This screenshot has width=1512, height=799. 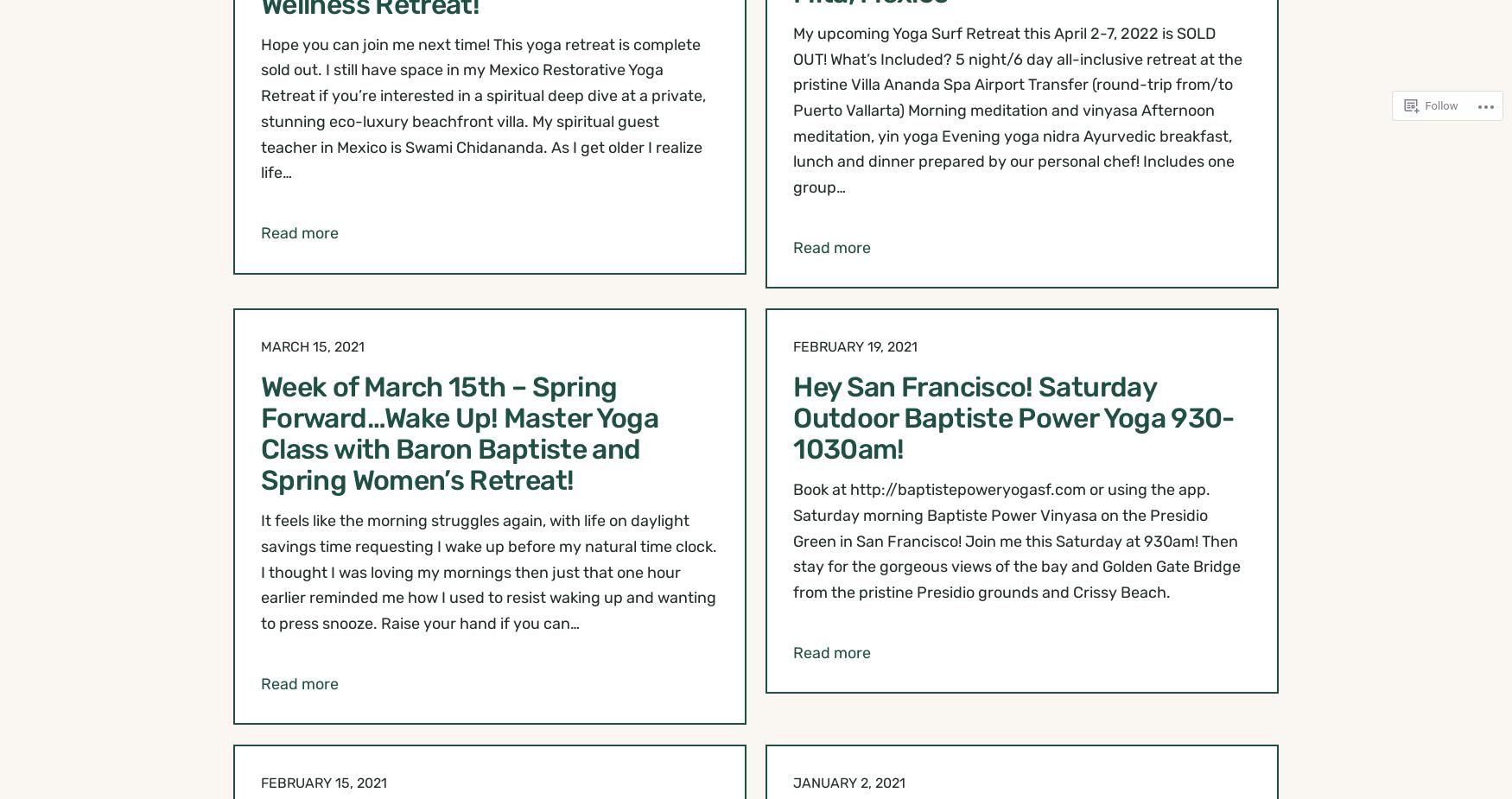 I want to click on 'Week of March 15th – Spring Forward…Wake Up! Master Yoga Class with Baron Baptiste and Spring Women’s Retreat!', so click(x=459, y=433).